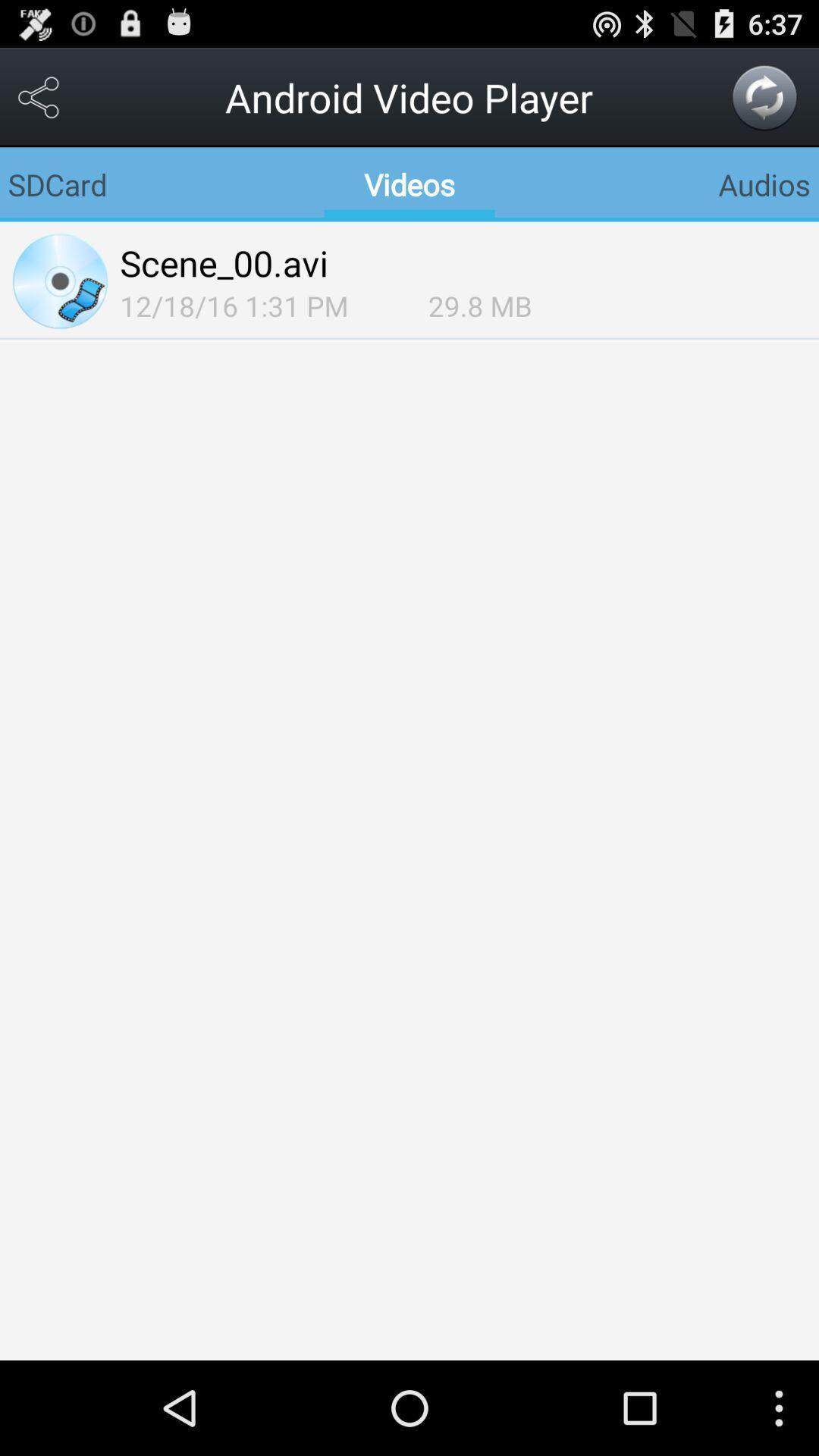  I want to click on the share icon, so click(39, 103).